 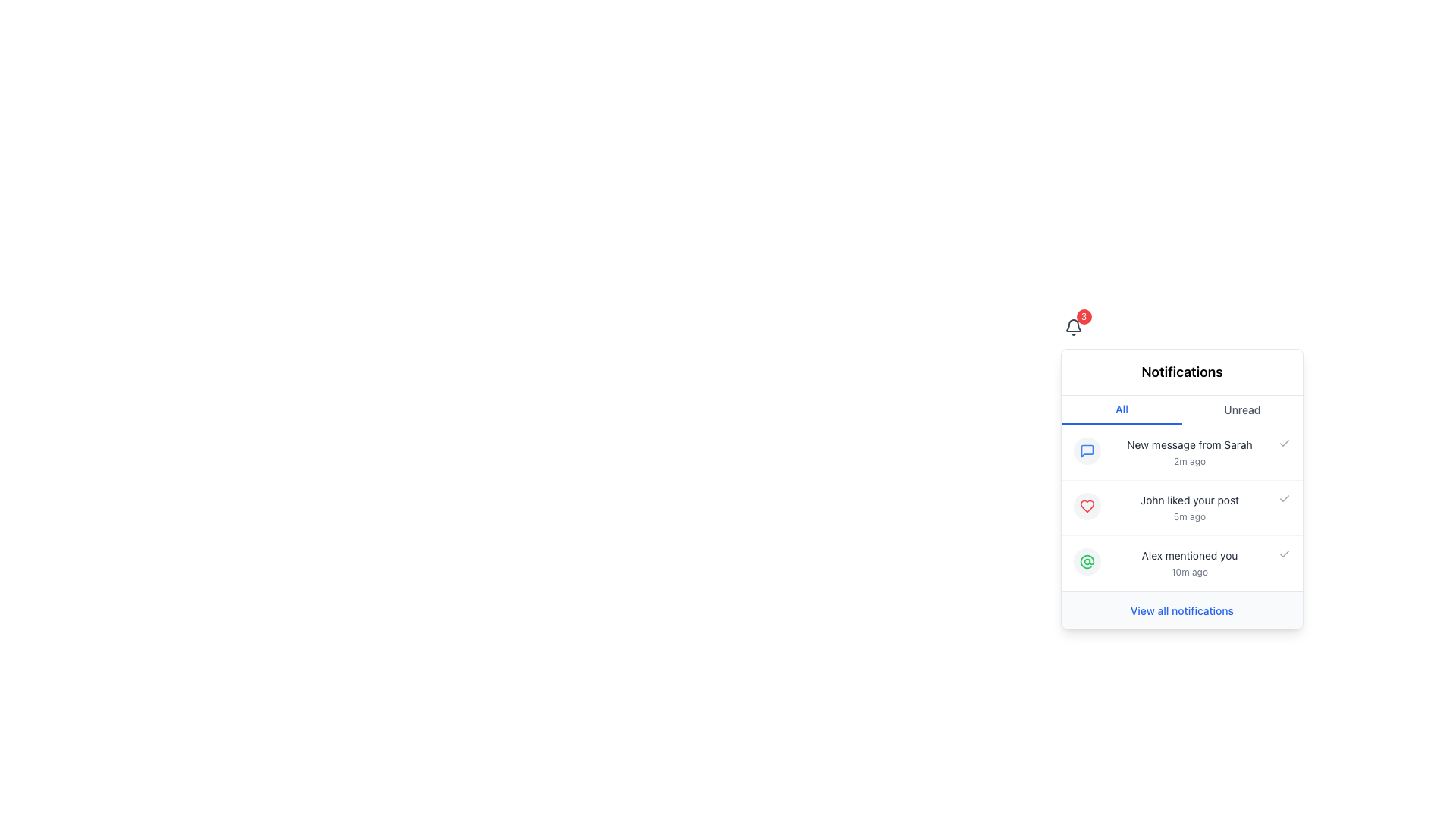 I want to click on the notification message indicating that user John interacted with the post, located below the 'New message from Sarah' and above 'Alex mentioned you', so click(x=1189, y=500).